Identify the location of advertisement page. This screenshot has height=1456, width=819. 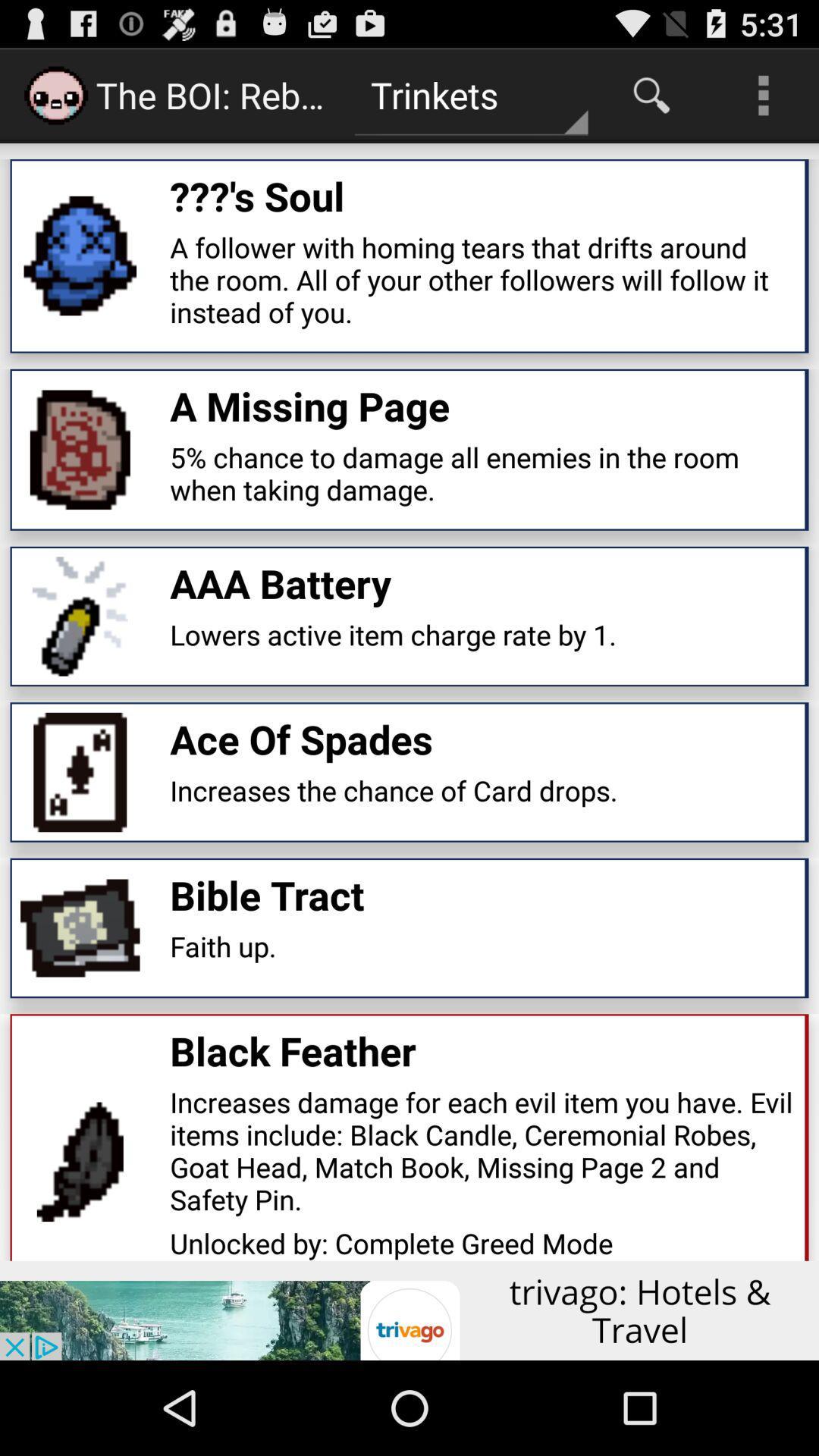
(409, 1310).